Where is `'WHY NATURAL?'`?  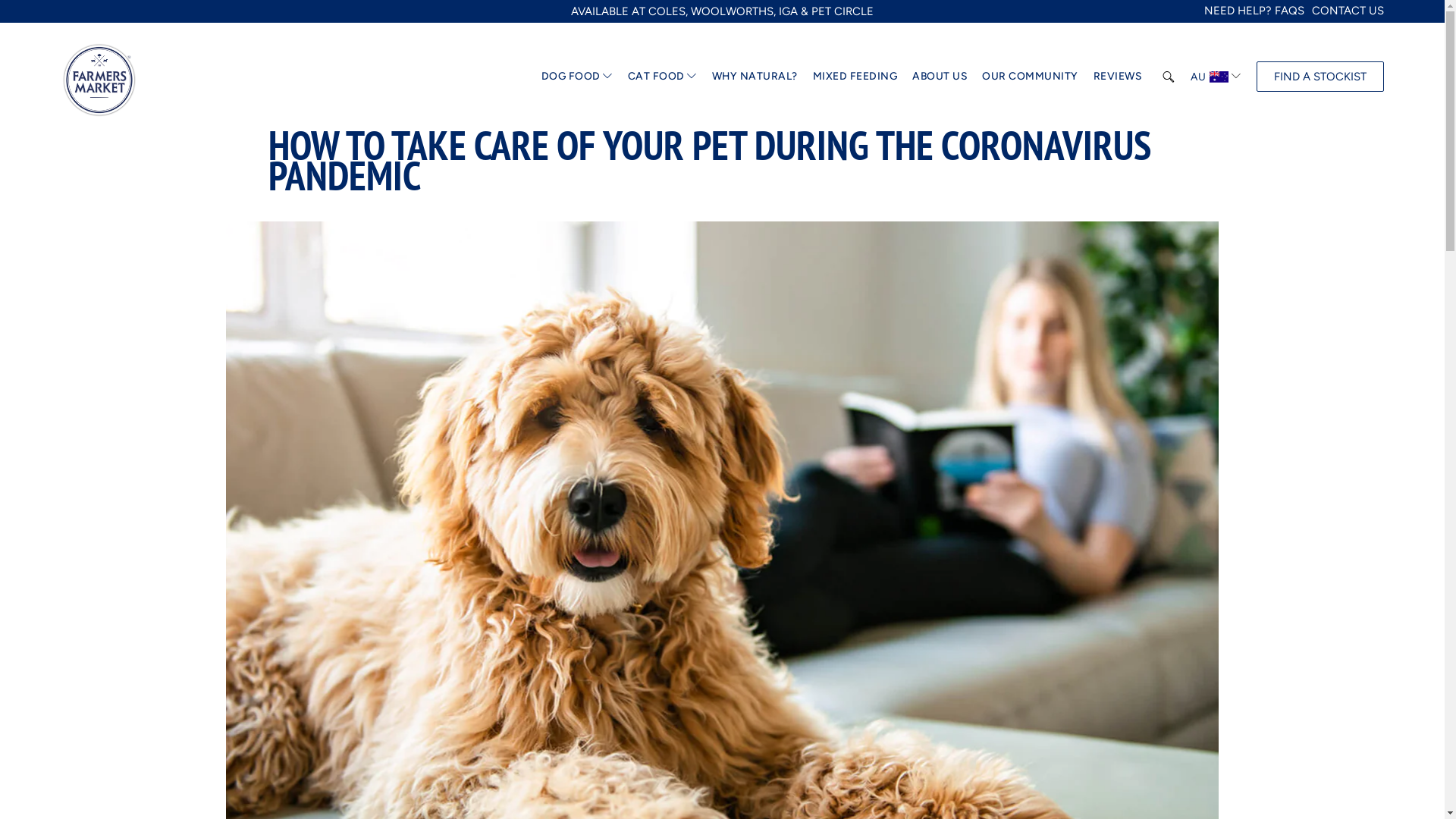 'WHY NATURAL?' is located at coordinates (755, 76).